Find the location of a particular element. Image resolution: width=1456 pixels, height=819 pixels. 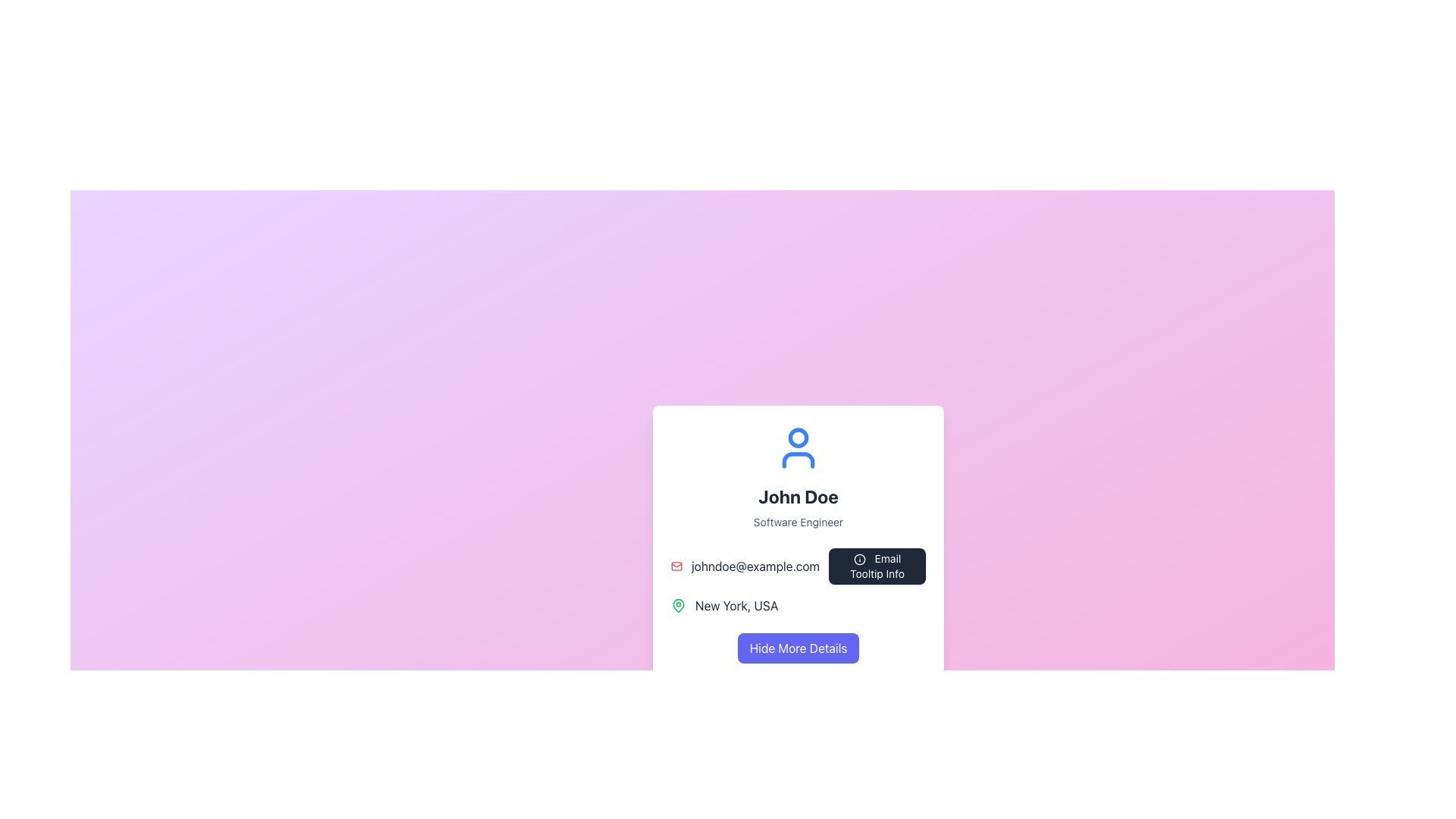

the informational icon located at the beginning of the tooltip text block, which is associated with the email address feature in the UI card is located at coordinates (859, 560).